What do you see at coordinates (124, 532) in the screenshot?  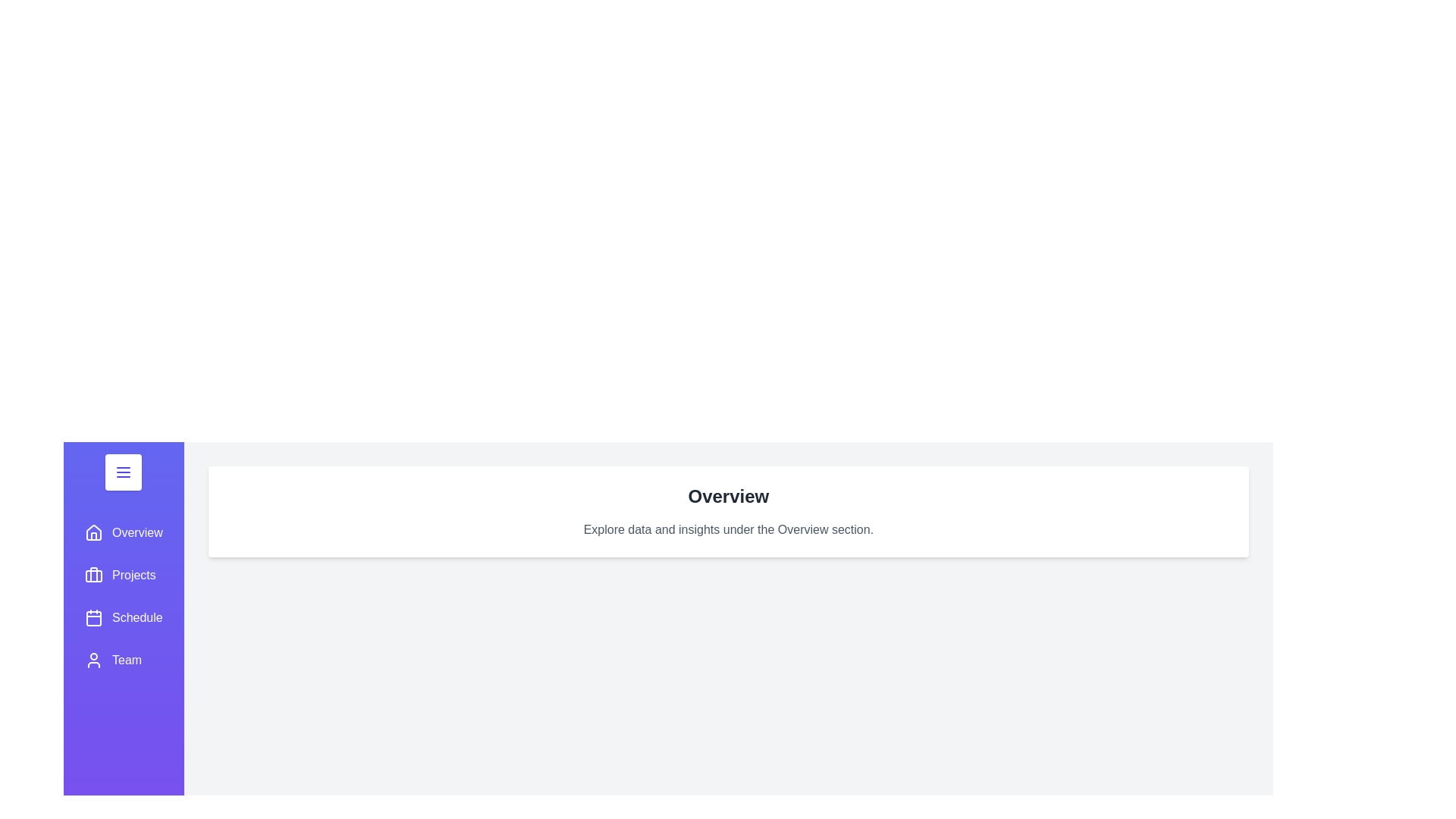 I see `the sidebar section labeled Overview` at bounding box center [124, 532].